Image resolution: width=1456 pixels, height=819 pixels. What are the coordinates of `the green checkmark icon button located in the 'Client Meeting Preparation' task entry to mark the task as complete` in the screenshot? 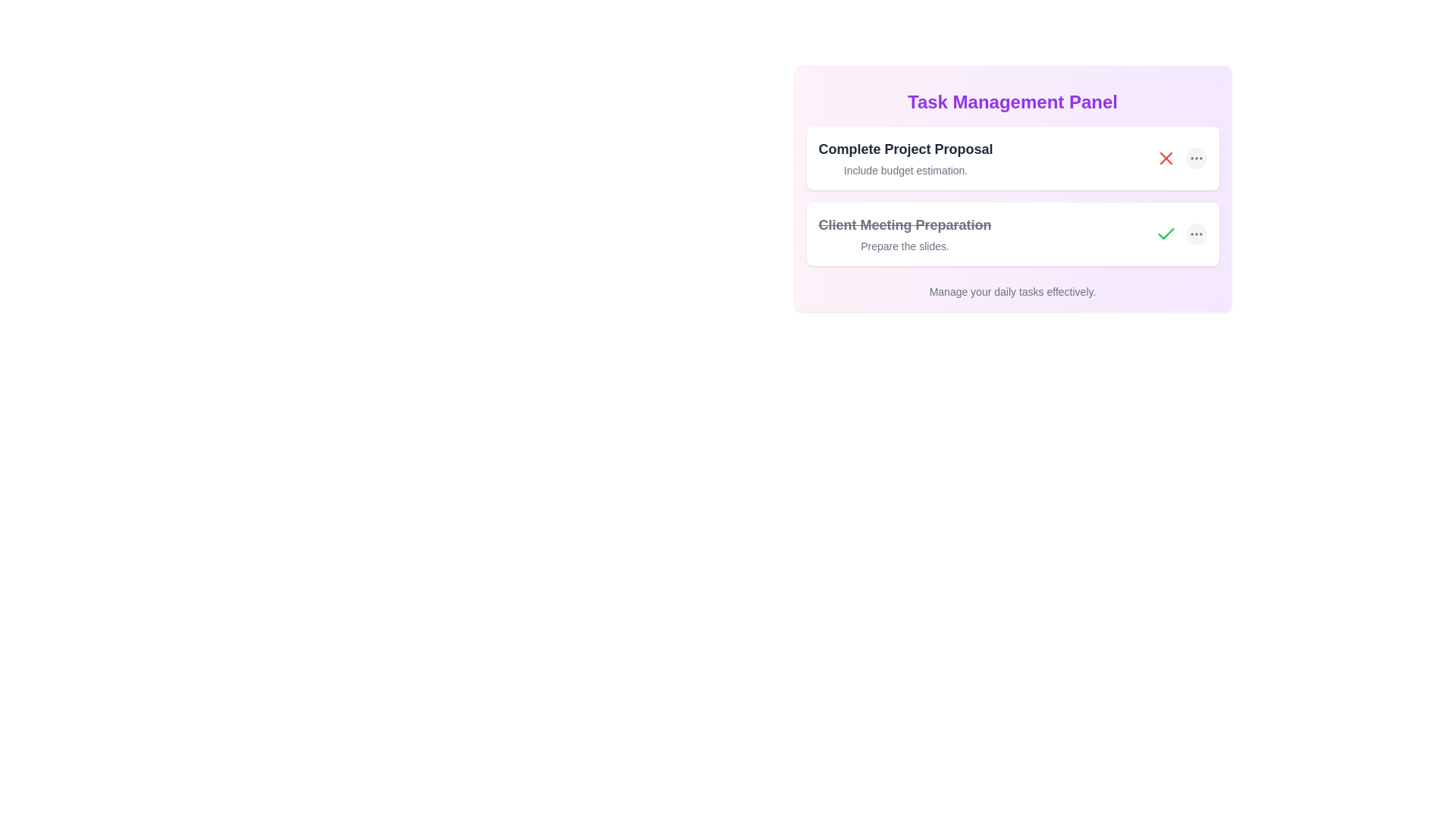 It's located at (1165, 234).